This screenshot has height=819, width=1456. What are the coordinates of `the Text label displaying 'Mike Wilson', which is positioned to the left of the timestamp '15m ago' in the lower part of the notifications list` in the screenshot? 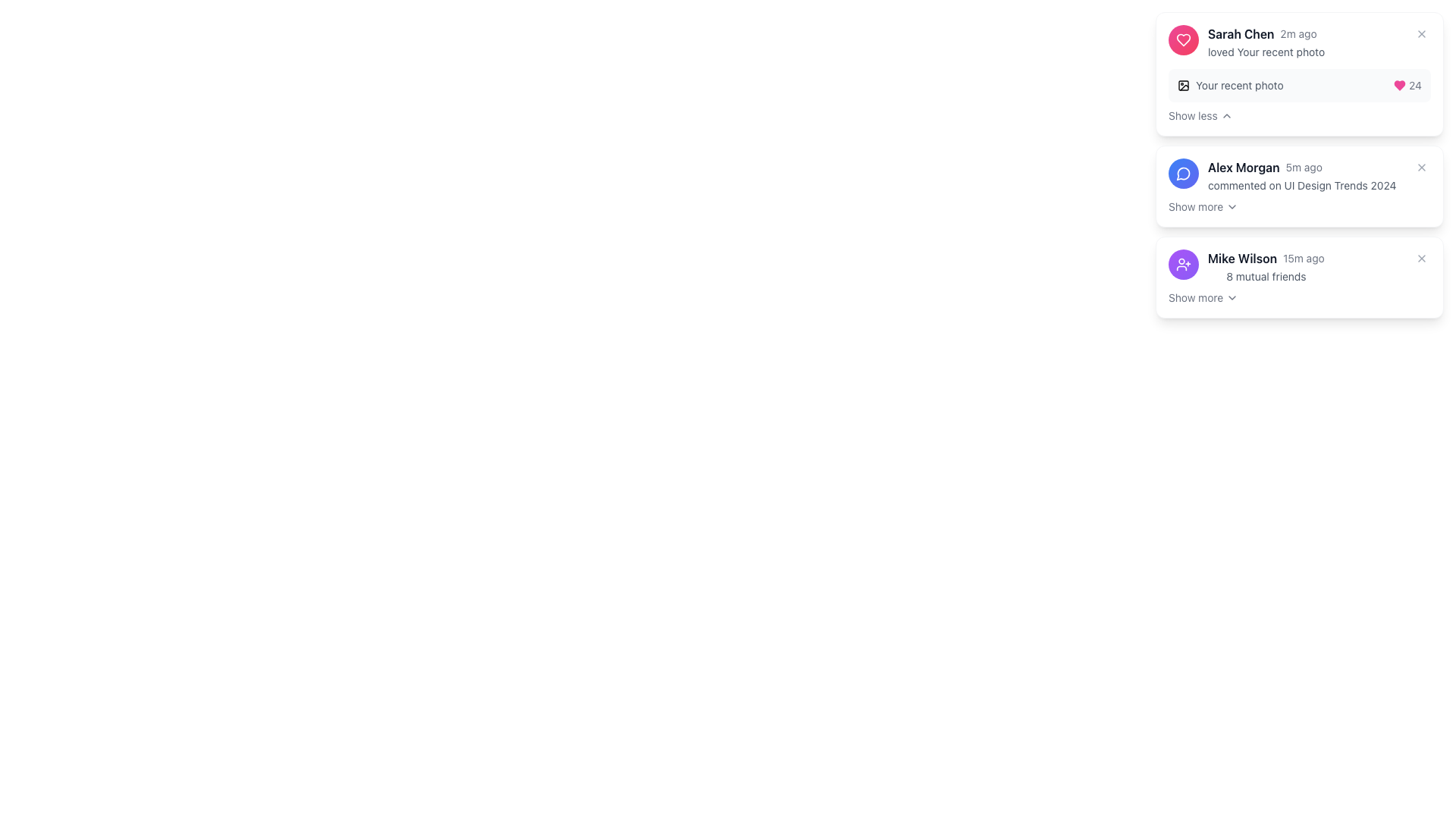 It's located at (1242, 257).